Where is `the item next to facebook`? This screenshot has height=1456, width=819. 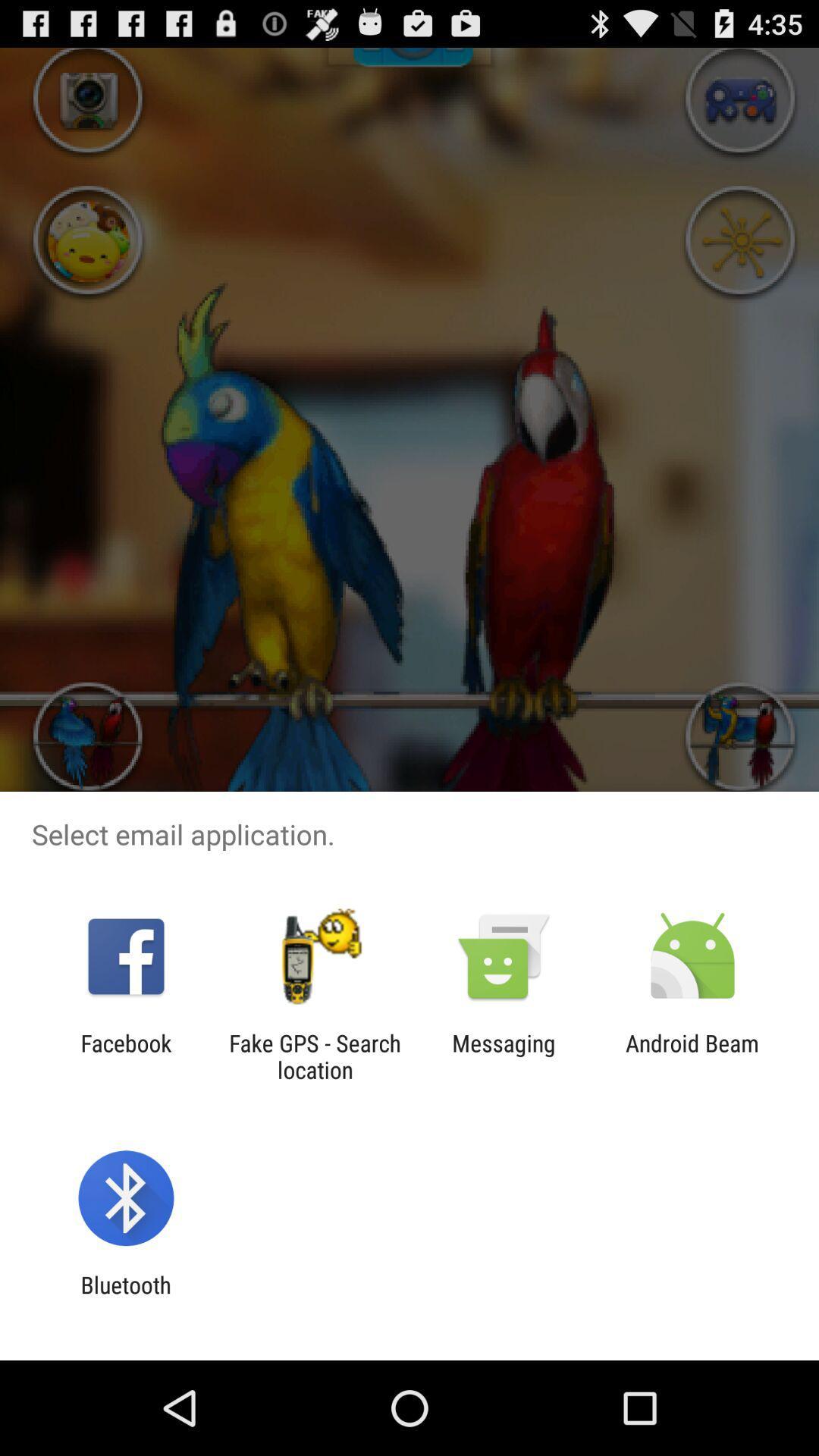 the item next to facebook is located at coordinates (314, 1056).